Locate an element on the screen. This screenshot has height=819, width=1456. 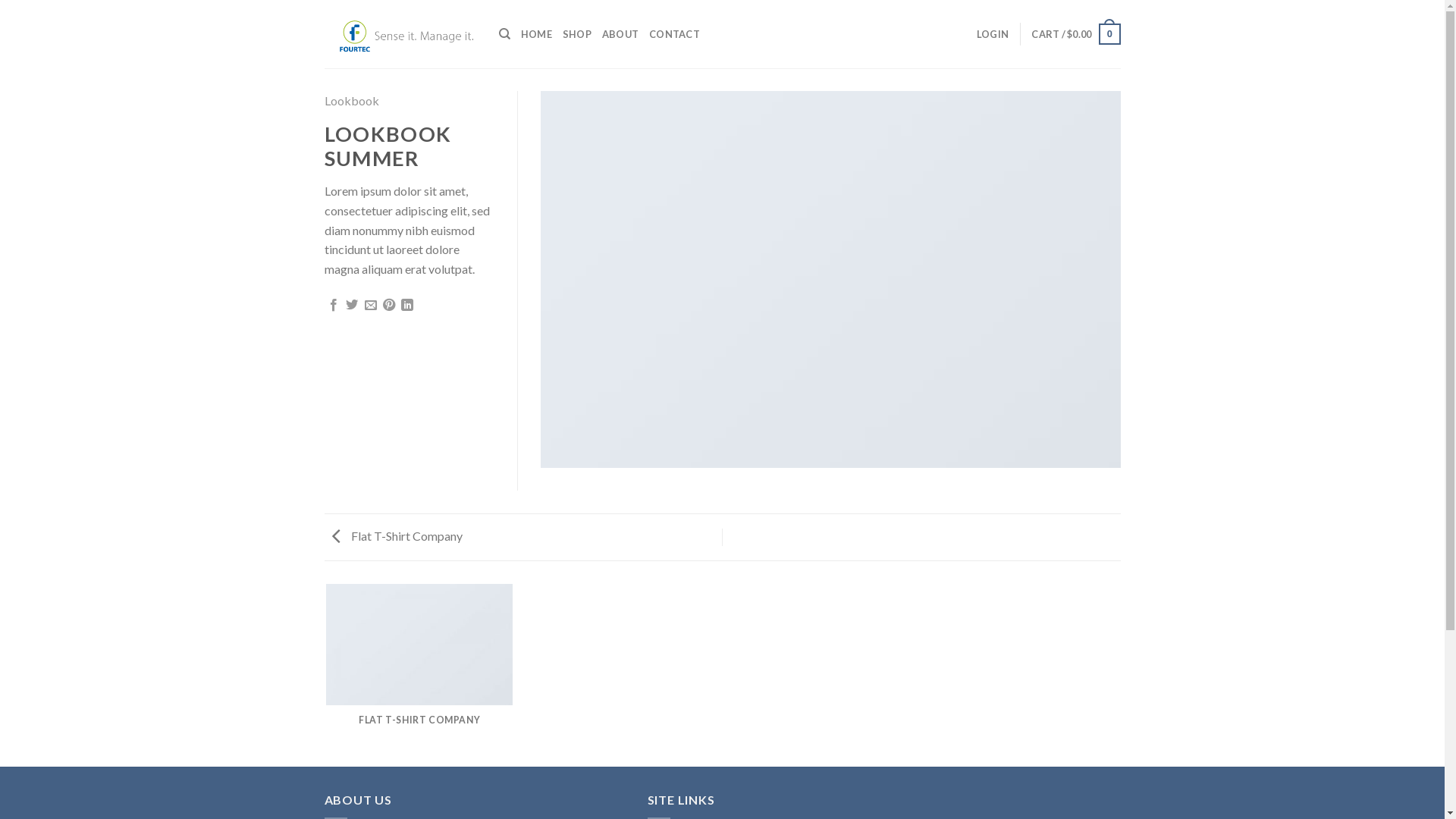
'Email to a Friend' is located at coordinates (371, 305).